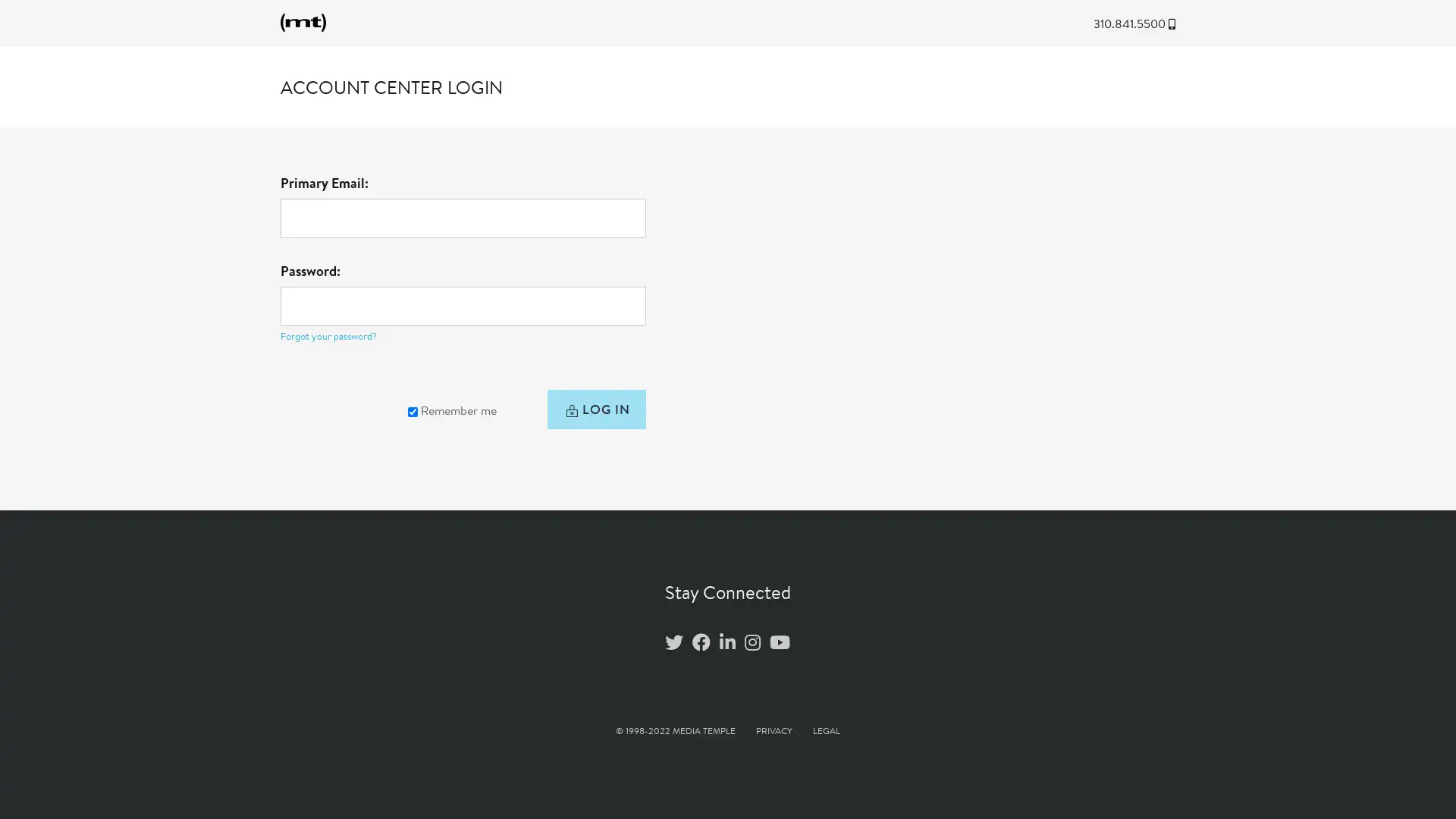 The height and width of the screenshot is (819, 1456). What do you see at coordinates (593, 413) in the screenshot?
I see `LOG IN` at bounding box center [593, 413].